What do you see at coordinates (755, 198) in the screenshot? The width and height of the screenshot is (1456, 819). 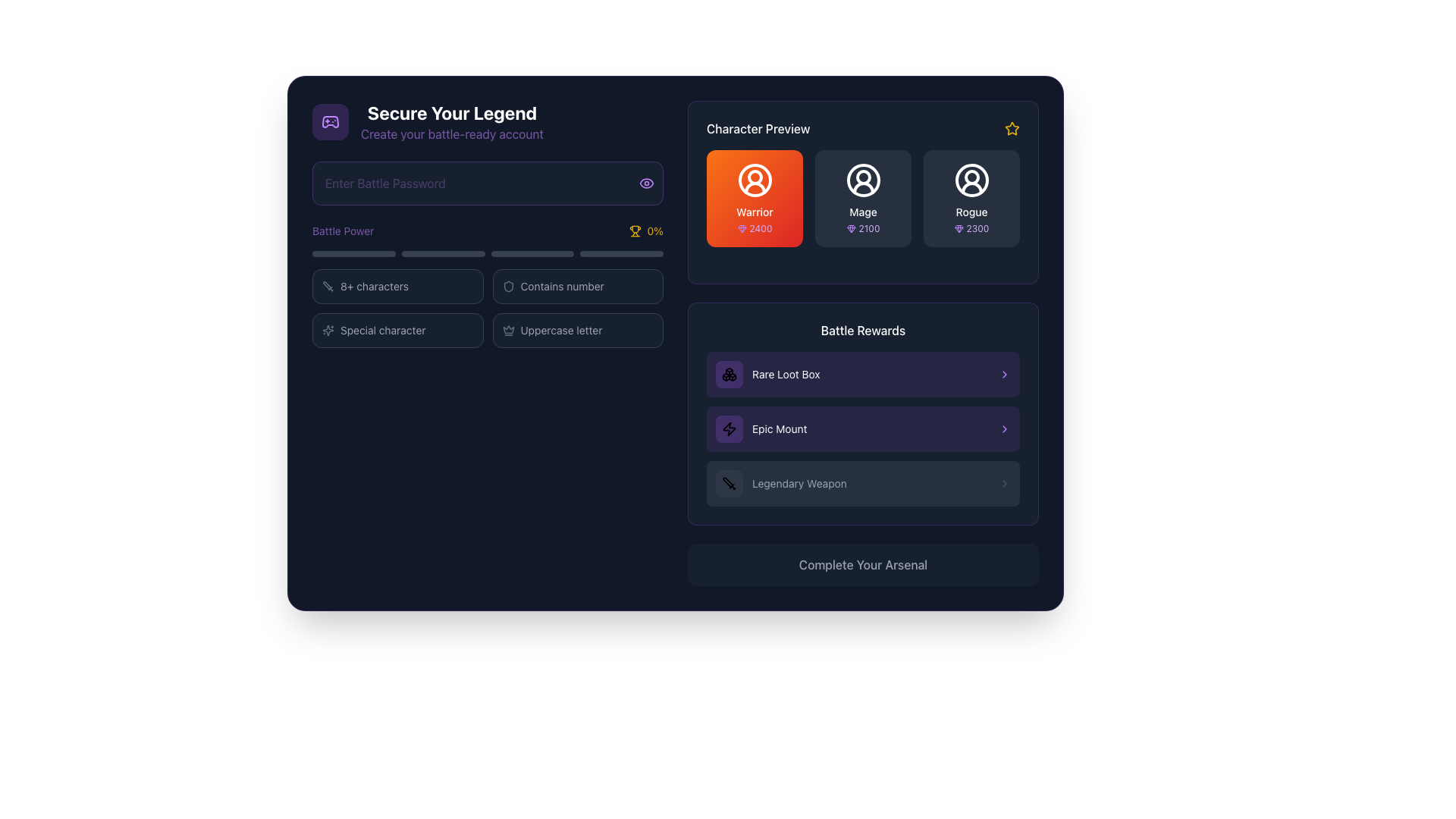 I see `the 'Warrior' button, which is a rectangular card with a gradient background, displaying a user icon at the top and the text '2400' with a gem icon below it, located` at bounding box center [755, 198].